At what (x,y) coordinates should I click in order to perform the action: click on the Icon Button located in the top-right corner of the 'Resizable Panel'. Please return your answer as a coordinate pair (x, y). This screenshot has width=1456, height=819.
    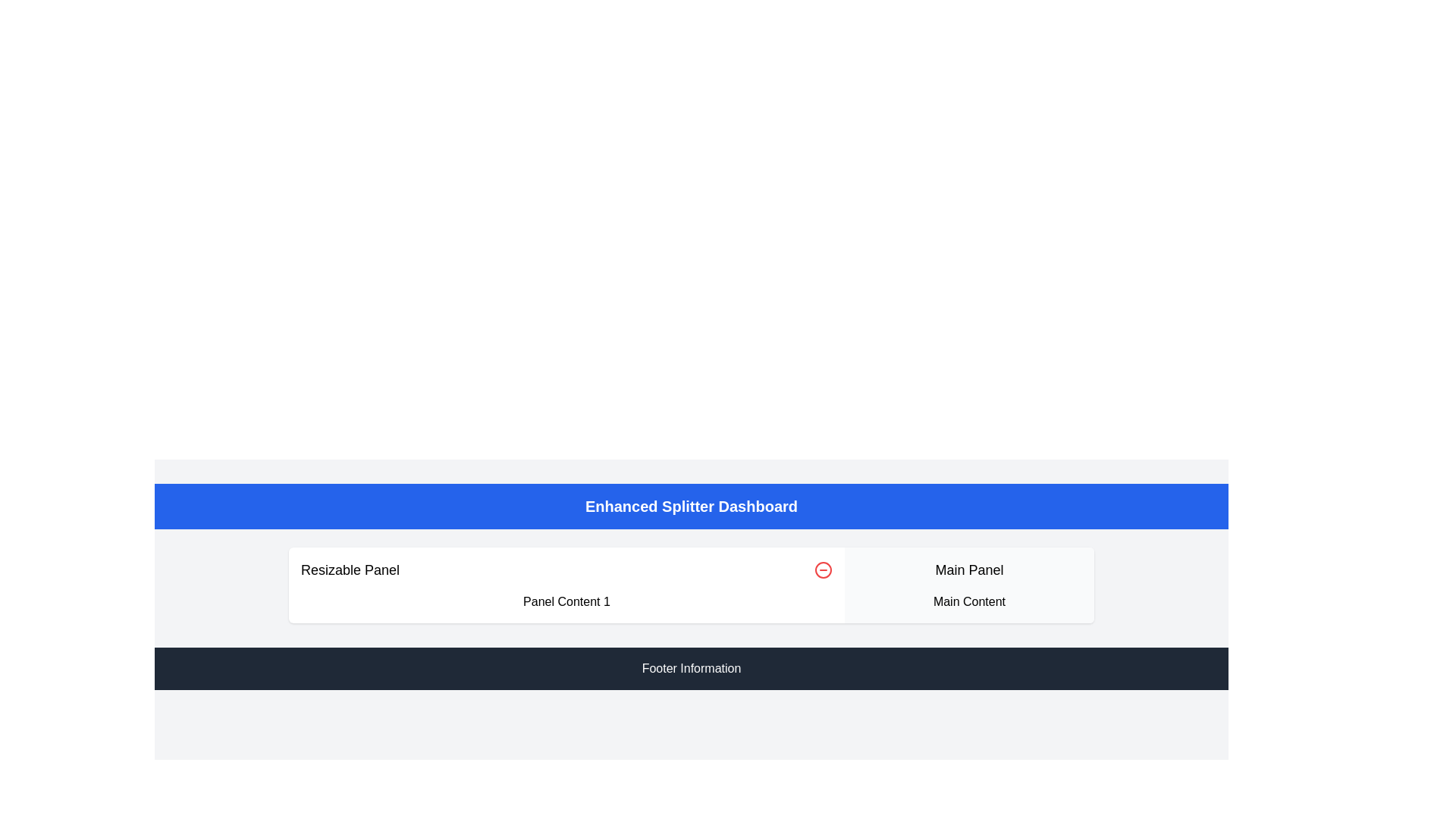
    Looking at the image, I should click on (822, 570).